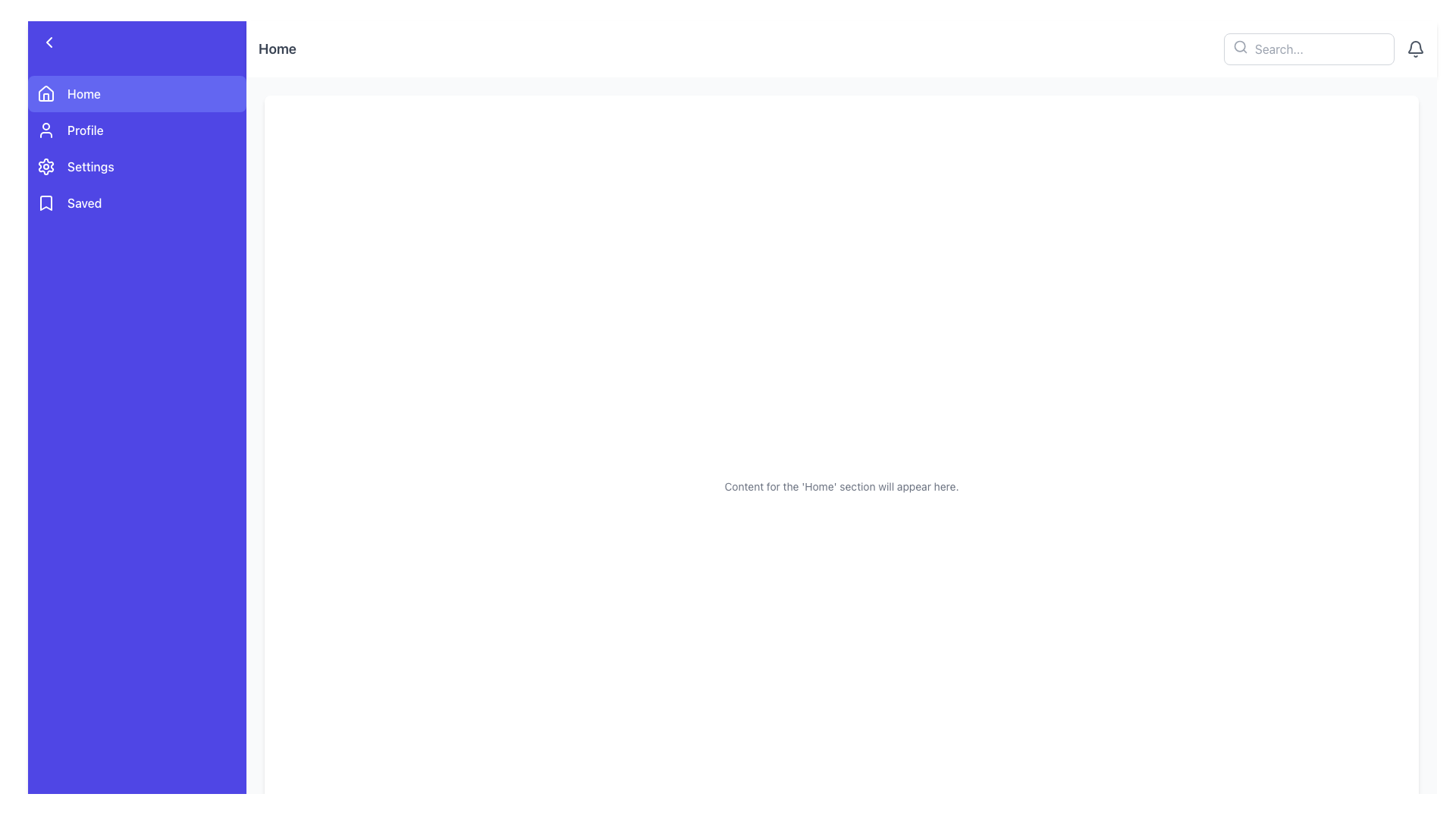 The height and width of the screenshot is (819, 1456). What do you see at coordinates (840, 49) in the screenshot?
I see `on the Navigation bar at the top of the interface` at bounding box center [840, 49].